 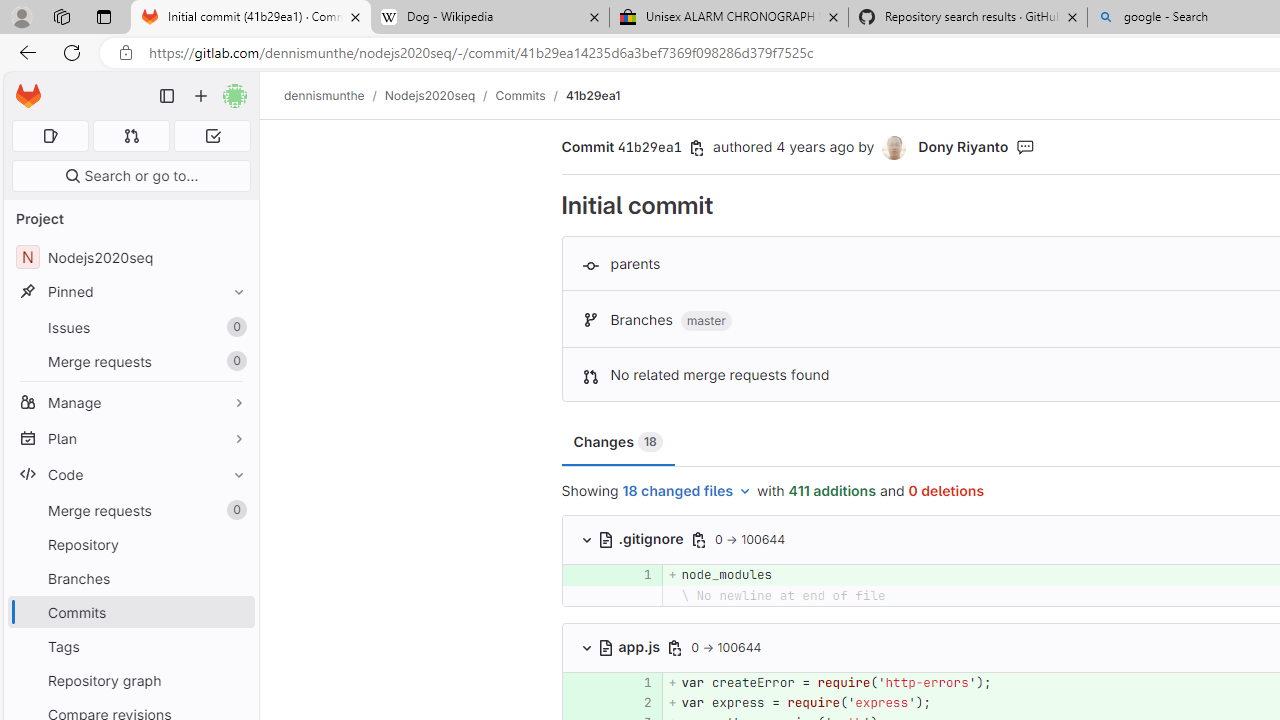 I want to click on 'Add a comment to this line ', so click(x=586, y=701).